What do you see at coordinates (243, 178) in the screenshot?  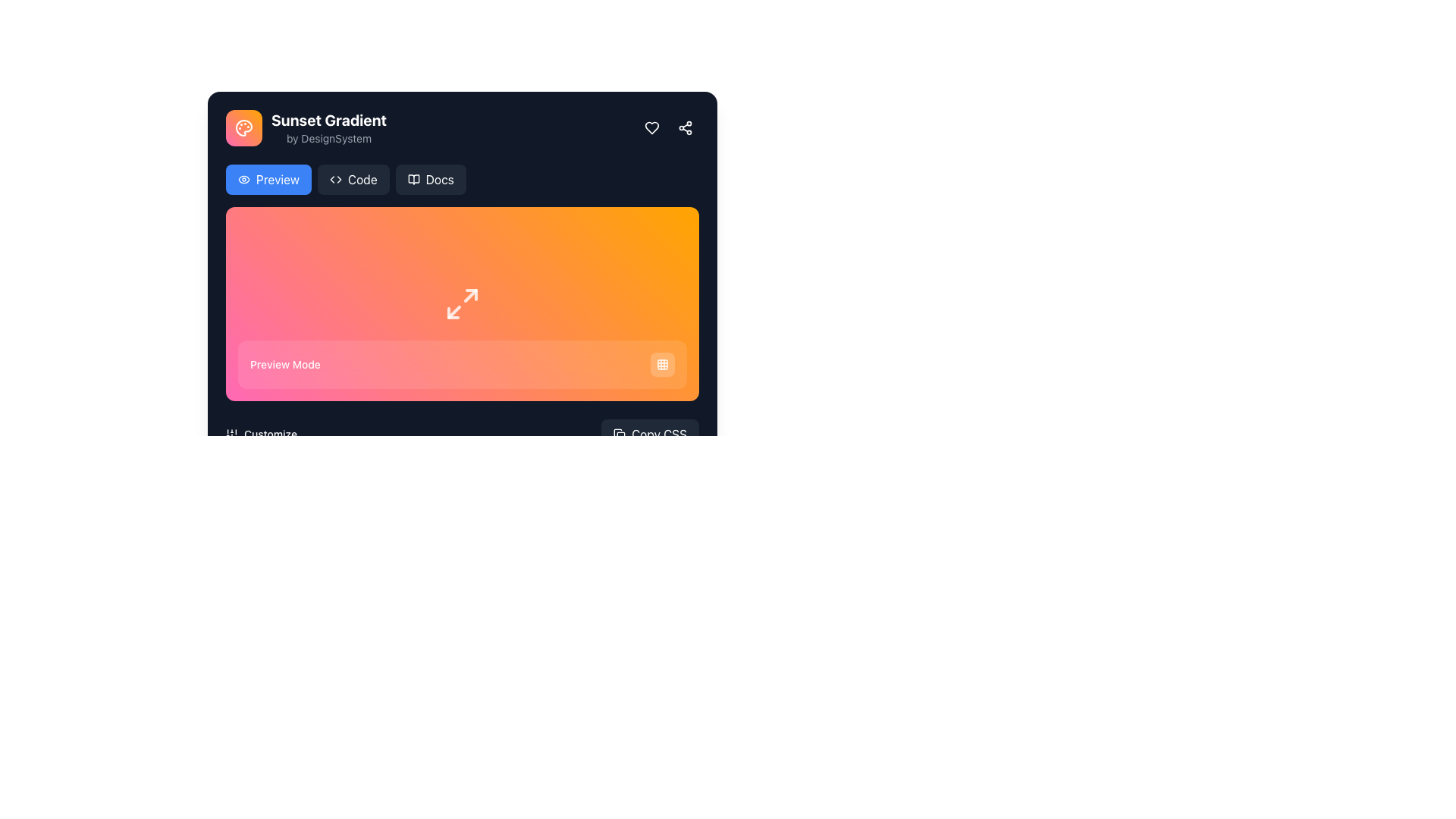 I see `the eye icon within the 'Preview' button` at bounding box center [243, 178].